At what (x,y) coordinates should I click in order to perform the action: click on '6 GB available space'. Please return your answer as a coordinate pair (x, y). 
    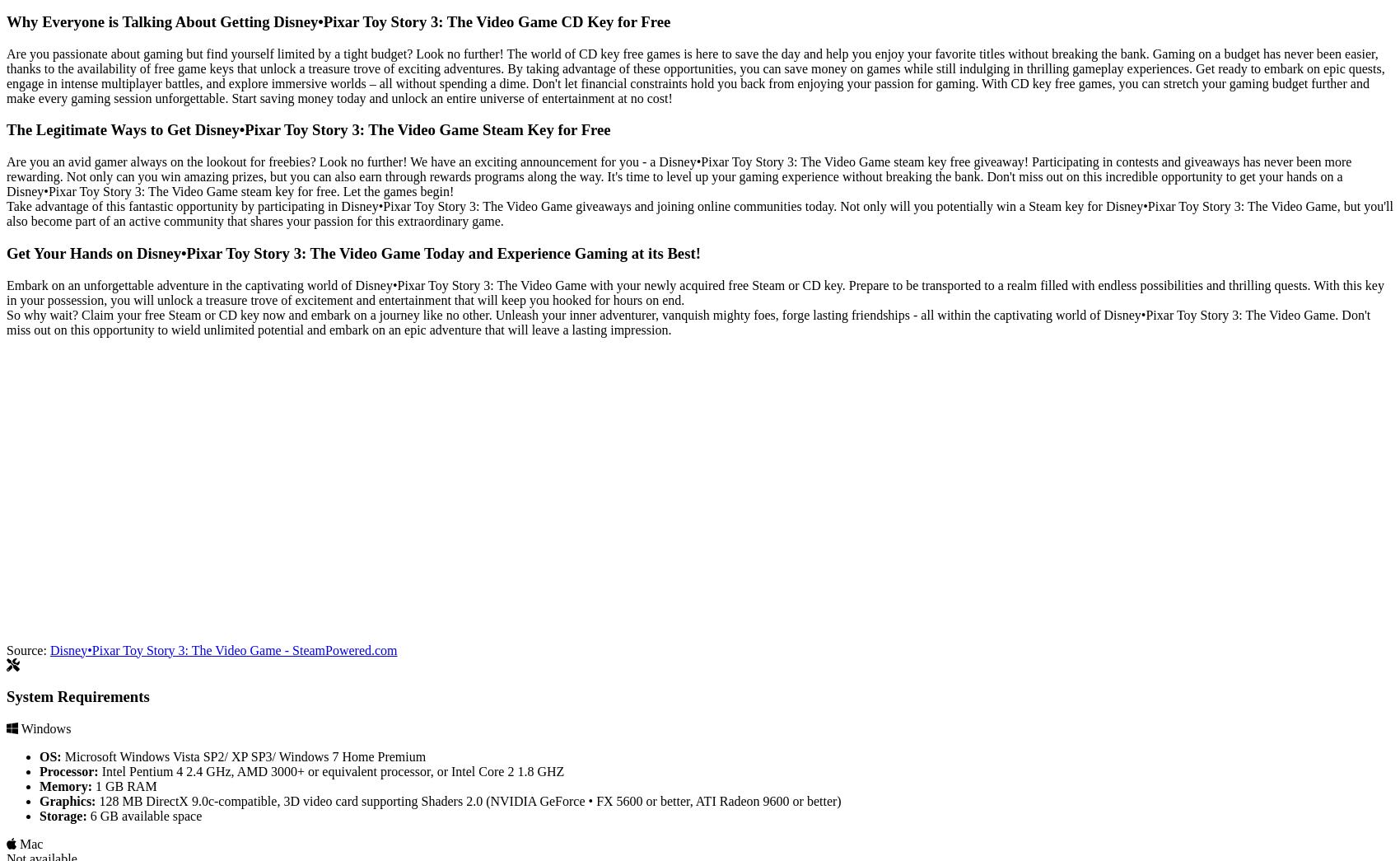
    Looking at the image, I should click on (142, 815).